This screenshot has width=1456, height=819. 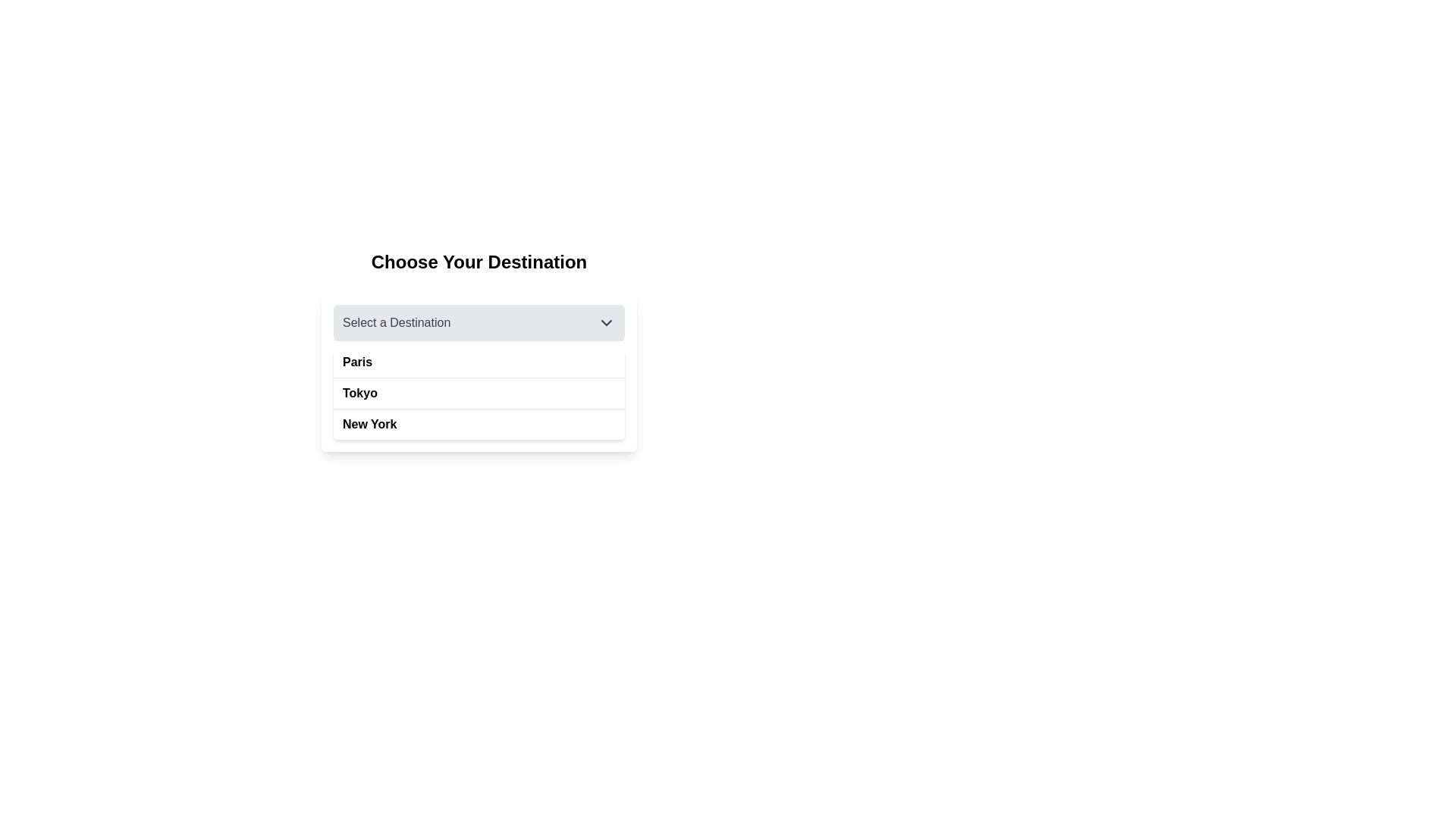 I want to click on the text label displaying 'Paris' in bold within the dropdown menu under 'Choose Your Destination', so click(x=356, y=362).